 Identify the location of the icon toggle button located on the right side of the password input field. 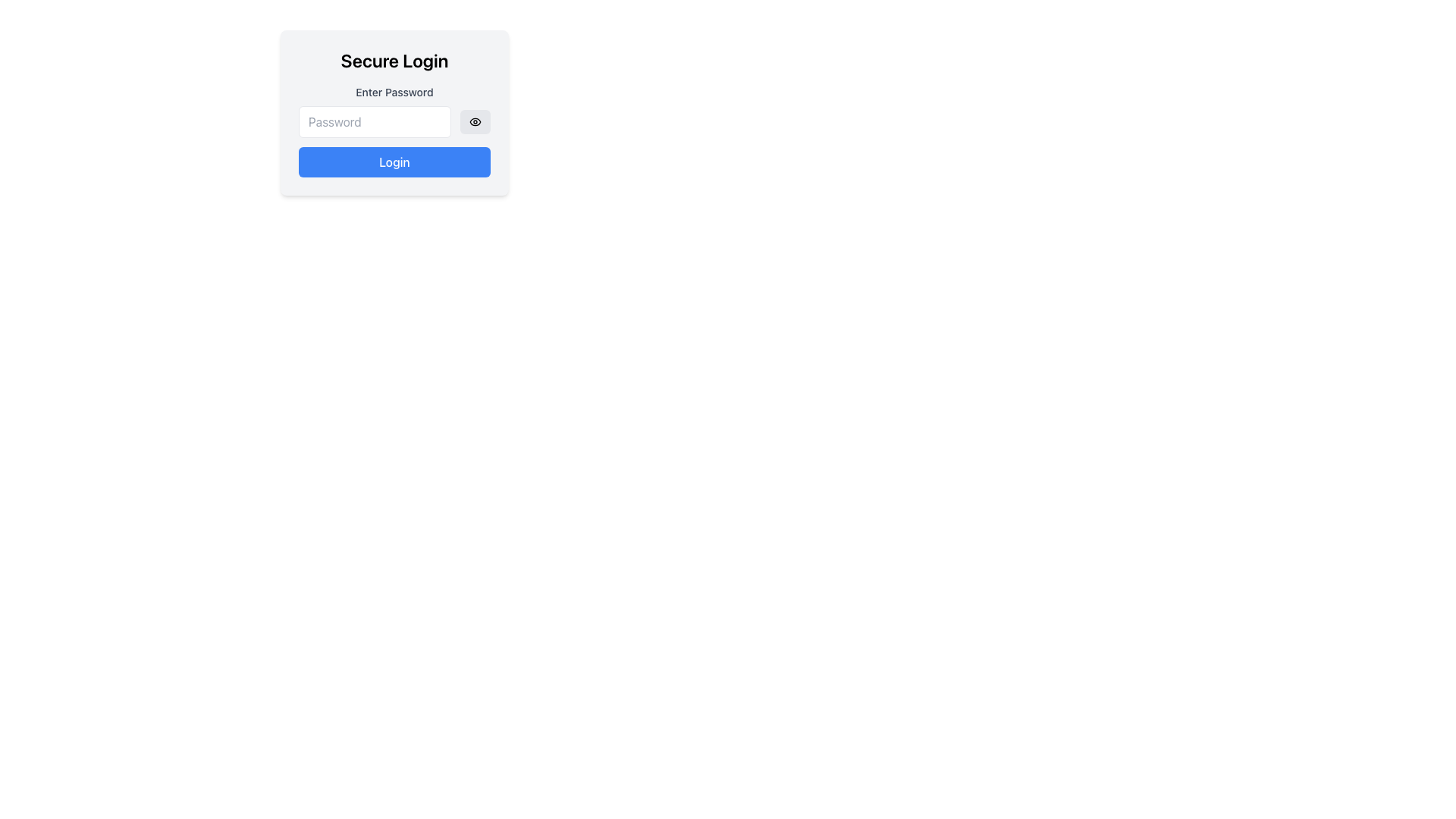
(475, 121).